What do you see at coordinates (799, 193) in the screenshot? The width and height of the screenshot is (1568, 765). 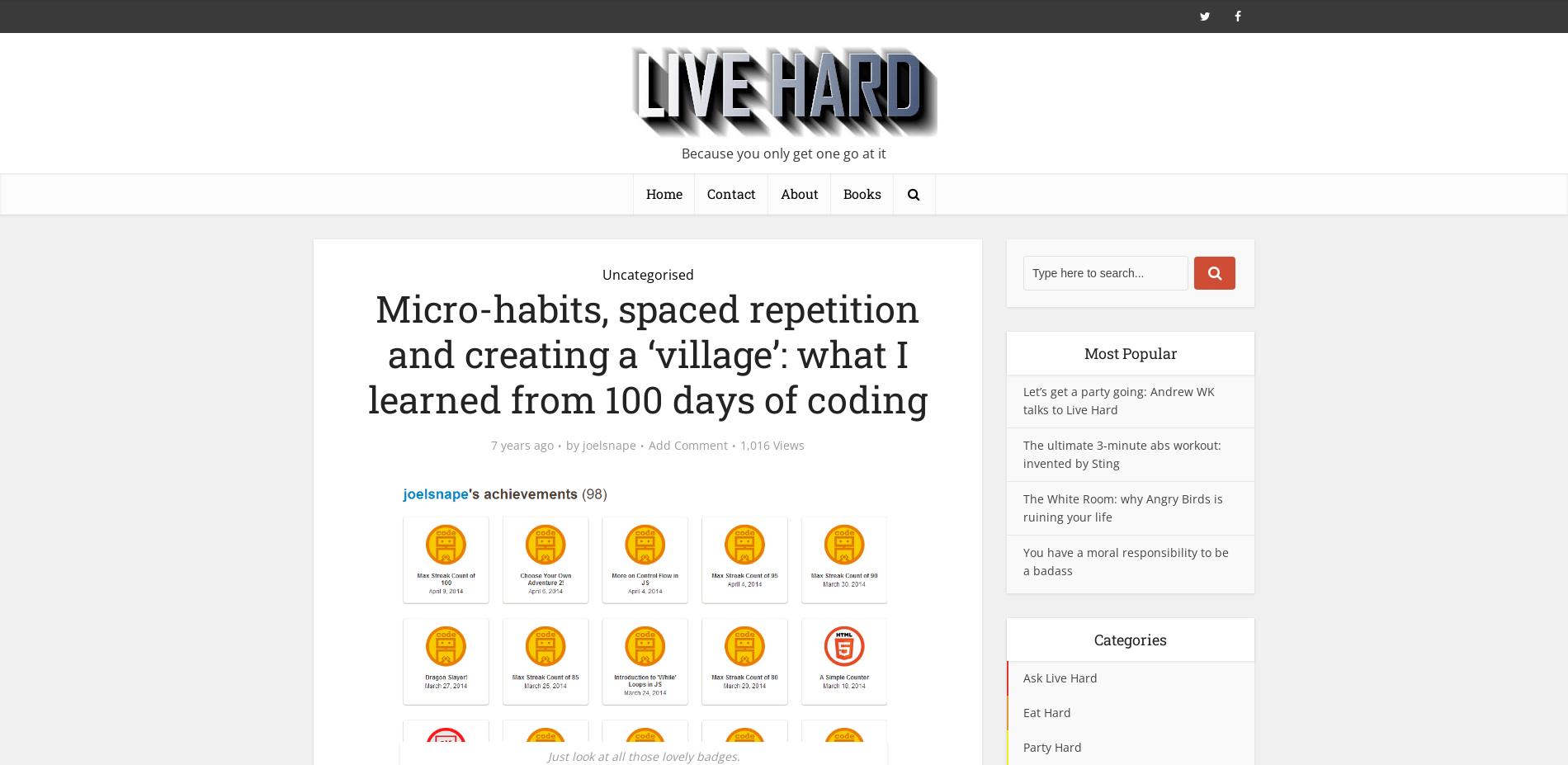 I see `'About'` at bounding box center [799, 193].